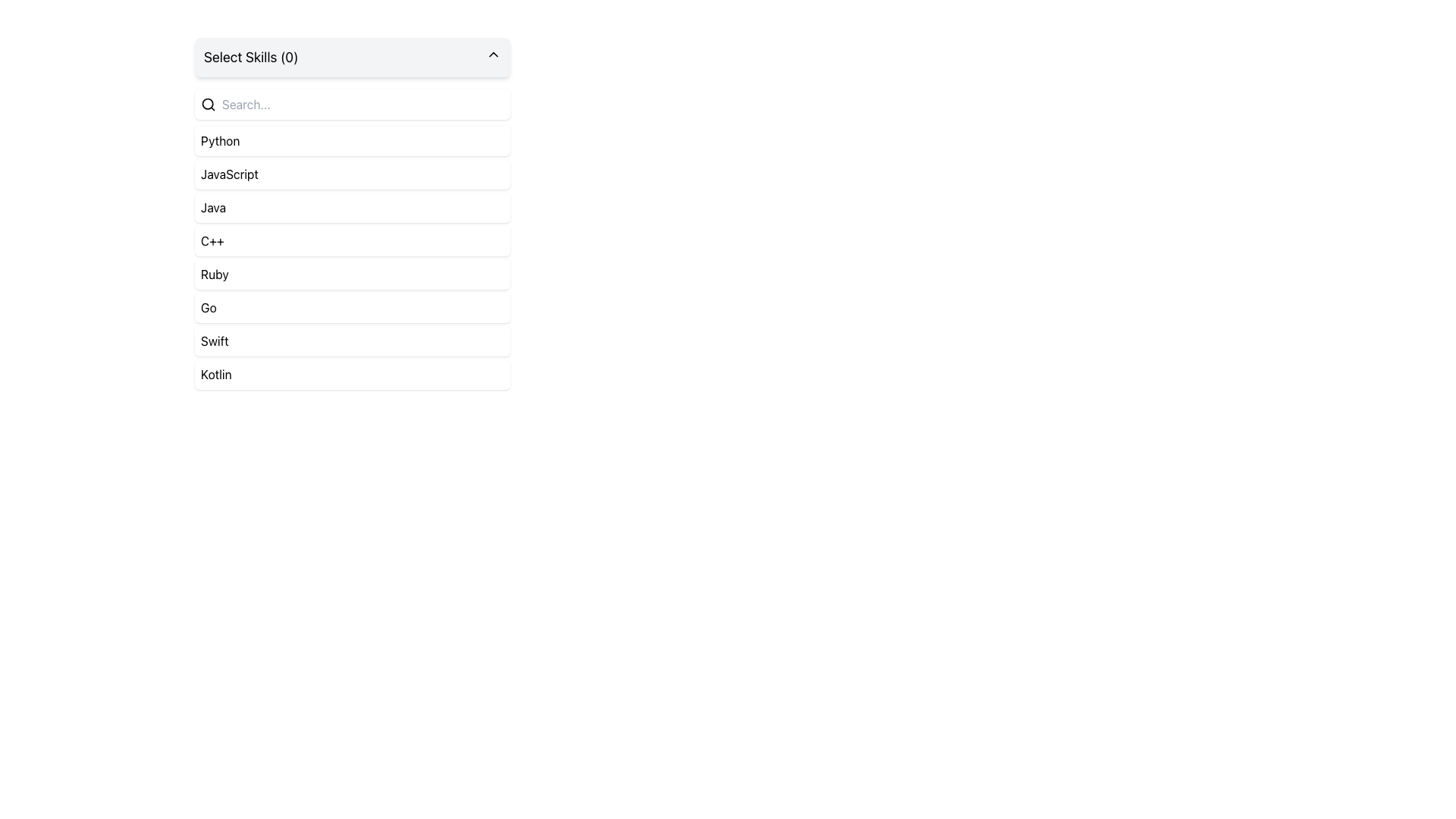  I want to click on the first selectable list item under the 'Select Skills (0)' search bar, which is positioned directly above 'JavaScript', so click(352, 140).